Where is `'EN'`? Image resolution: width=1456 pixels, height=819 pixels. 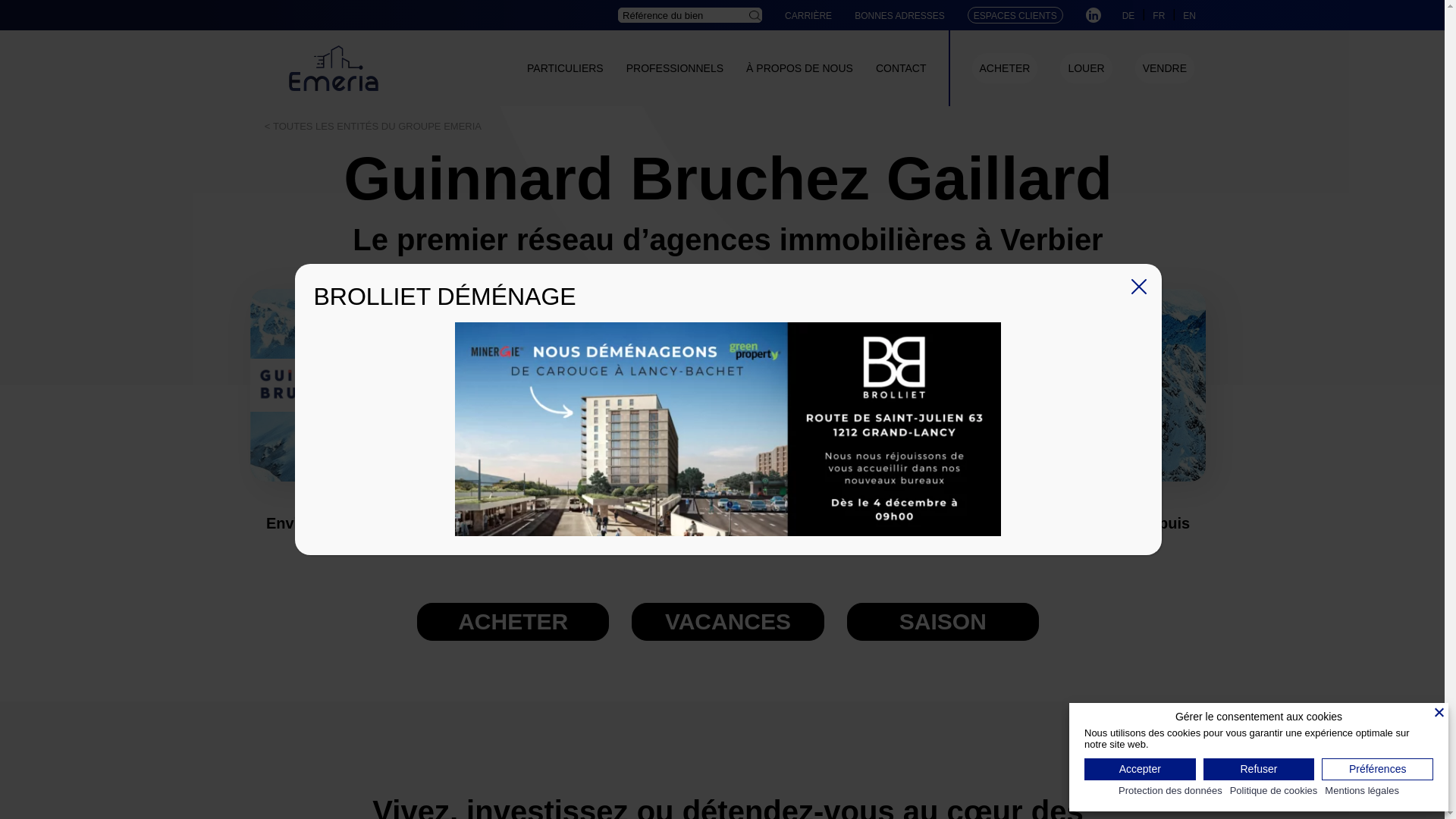
'EN' is located at coordinates (1188, 15).